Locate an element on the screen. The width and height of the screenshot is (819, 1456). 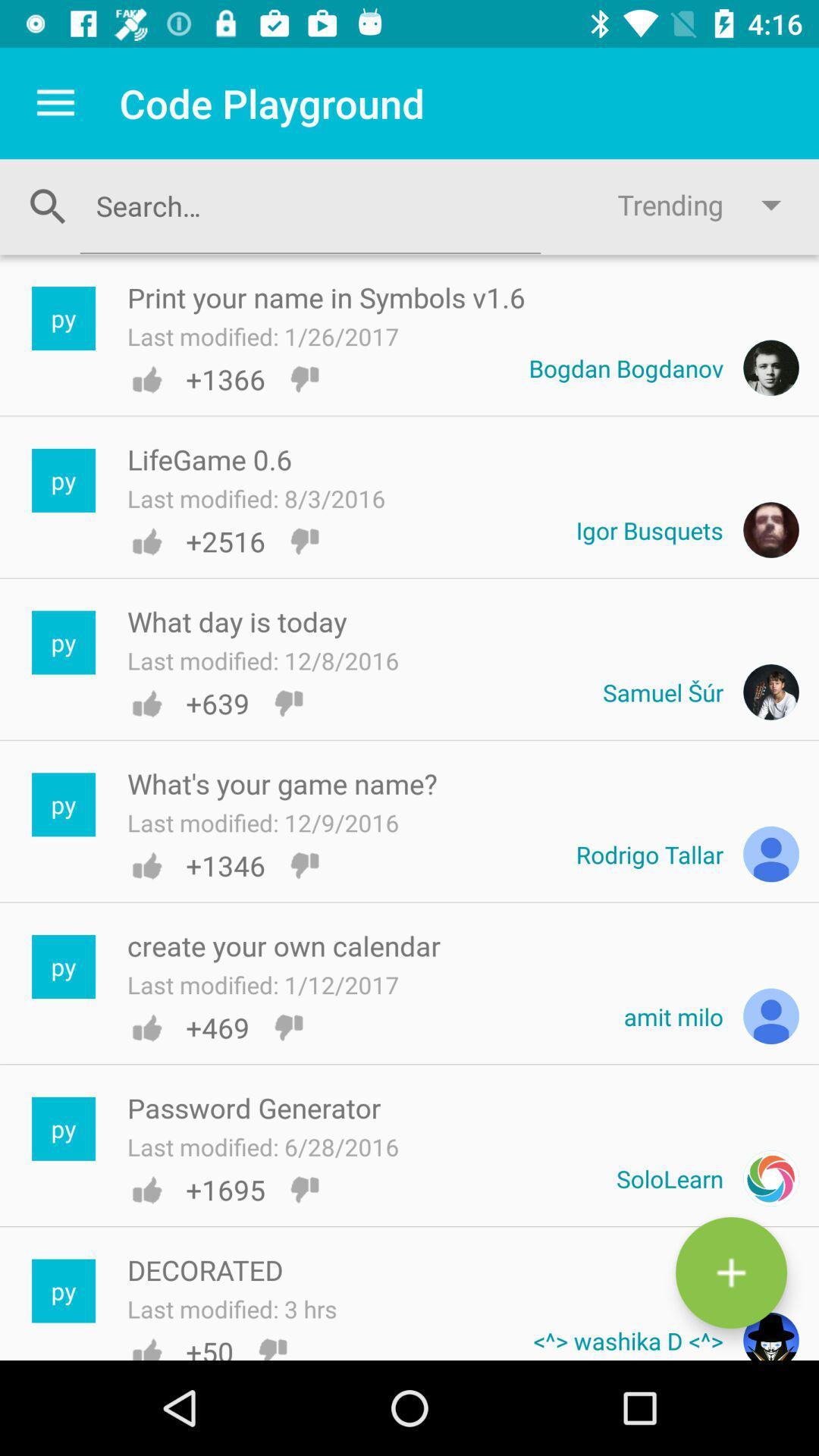
search words is located at coordinates (309, 205).